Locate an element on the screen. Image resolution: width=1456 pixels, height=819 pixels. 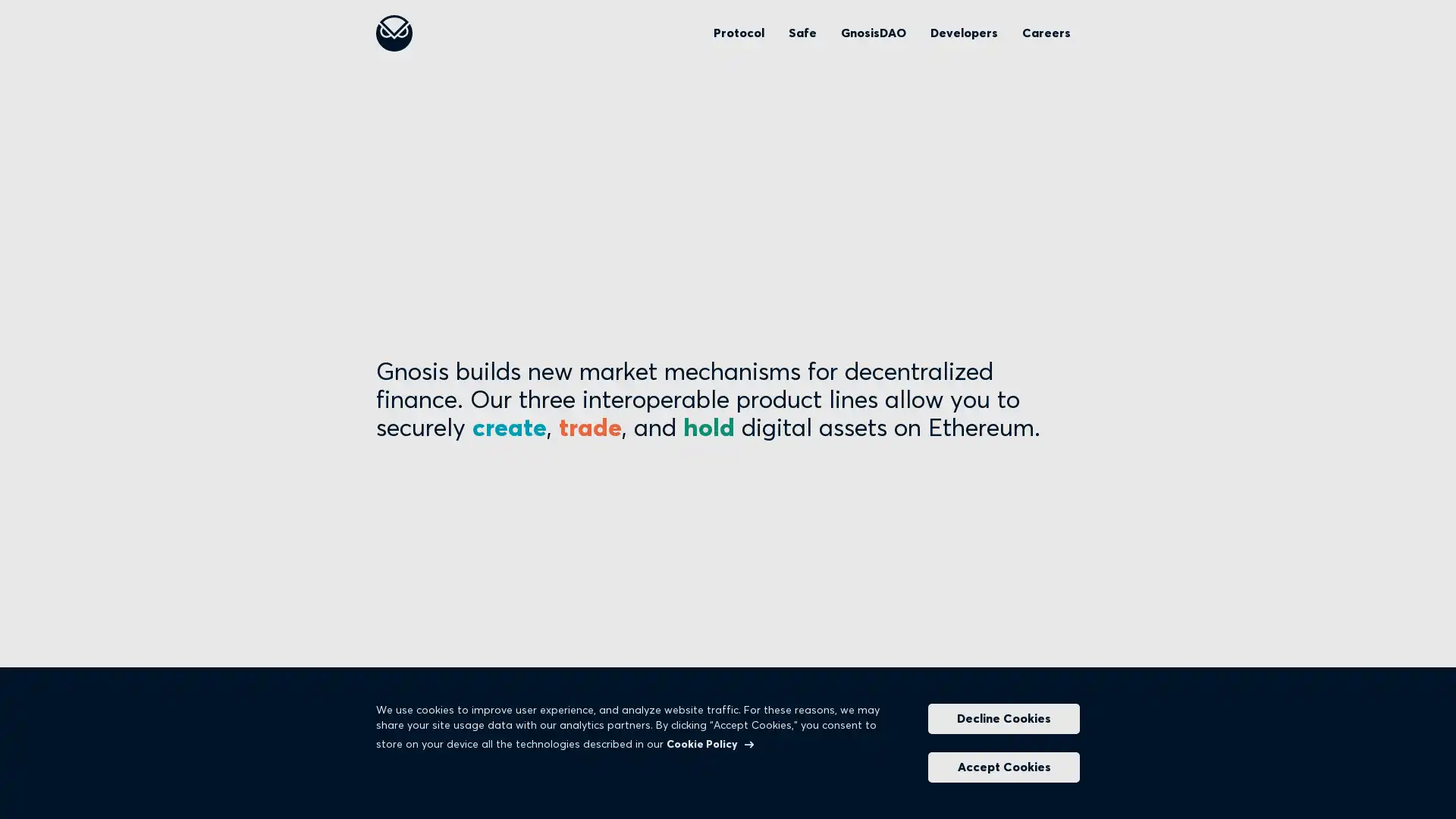
Accept Cookies is located at coordinates (1004, 767).